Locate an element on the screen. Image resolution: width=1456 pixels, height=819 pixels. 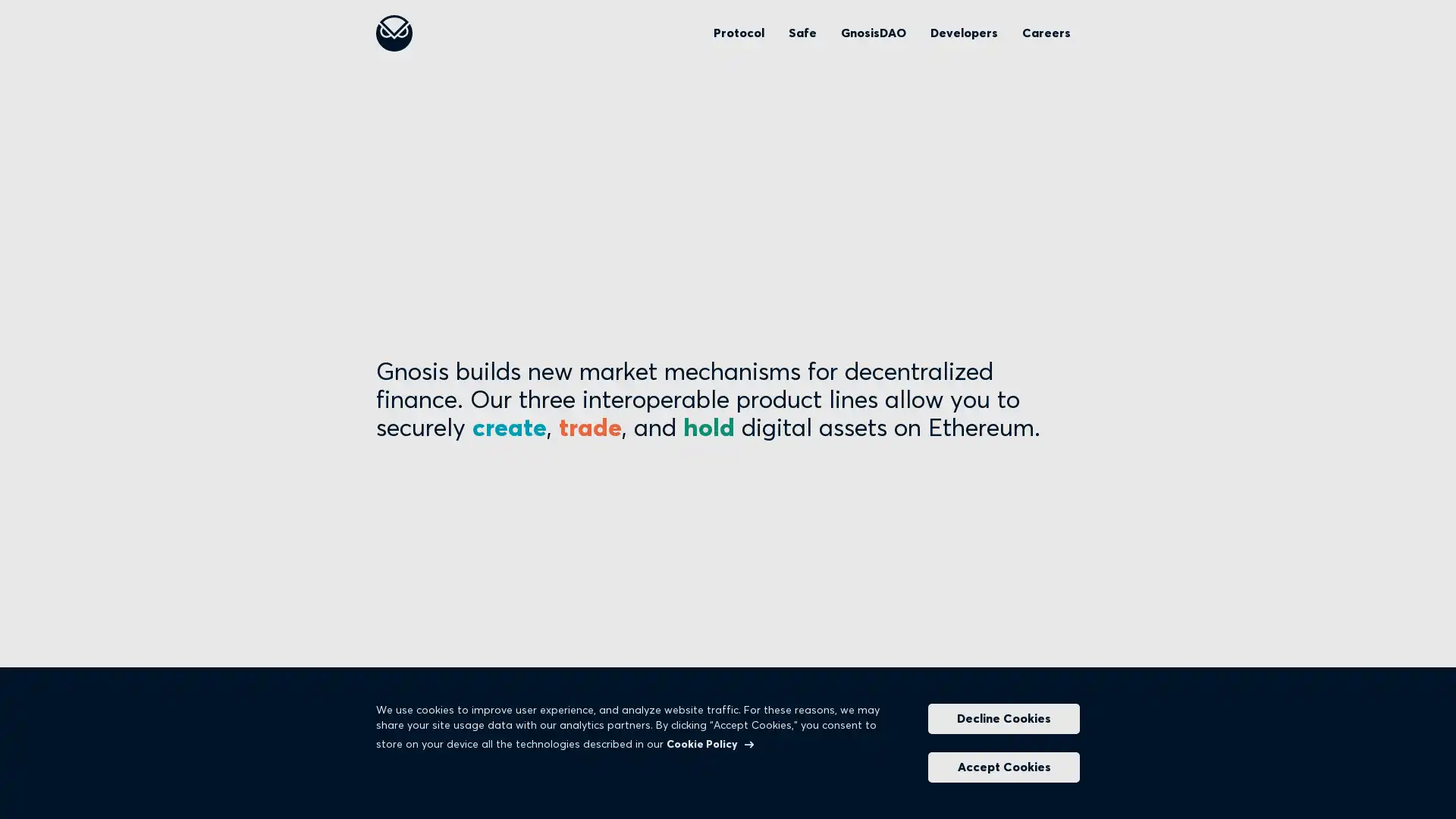
Accept Cookies is located at coordinates (1004, 767).